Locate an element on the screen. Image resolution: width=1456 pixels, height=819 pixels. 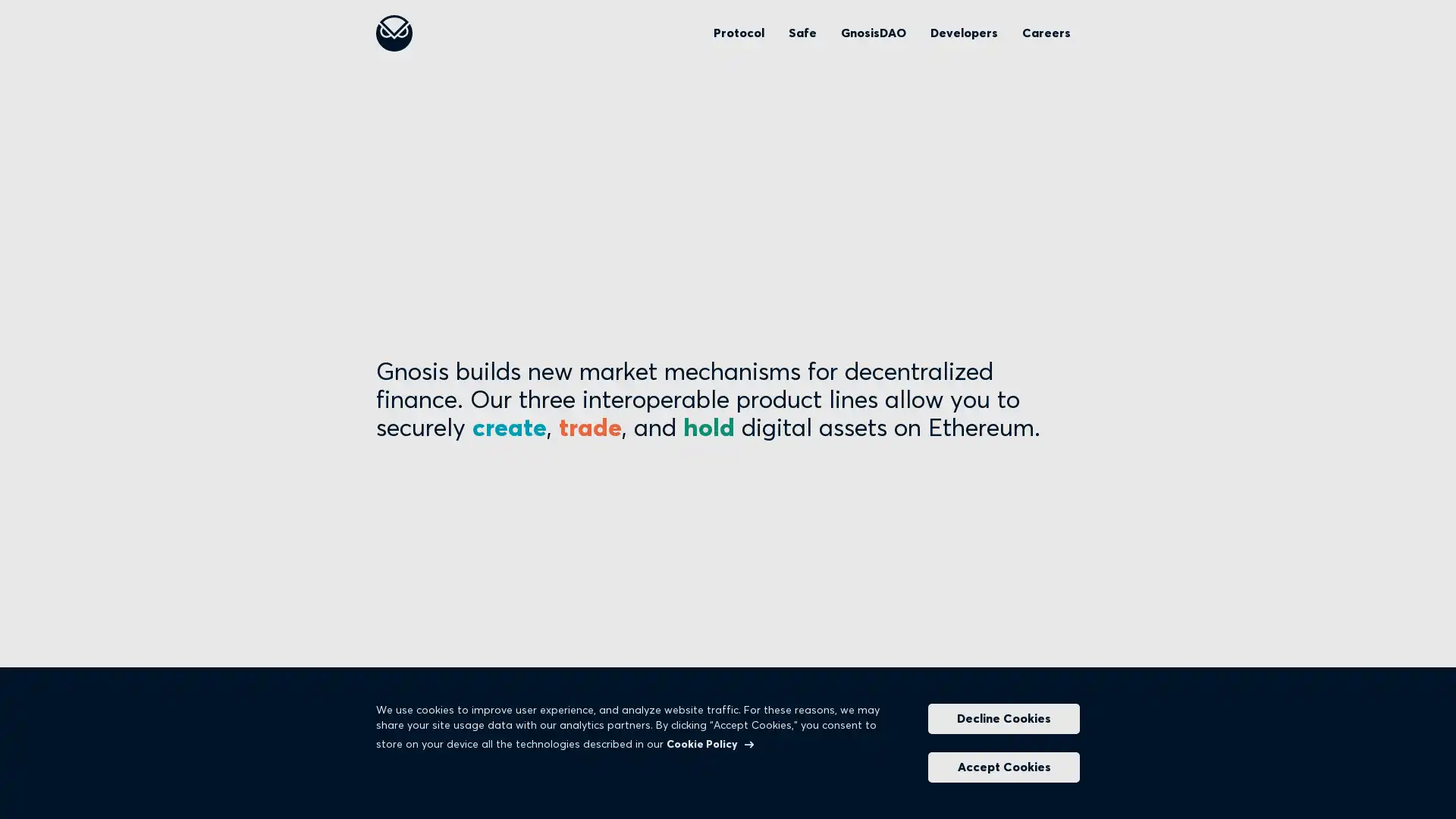
Accept Cookies is located at coordinates (1004, 767).